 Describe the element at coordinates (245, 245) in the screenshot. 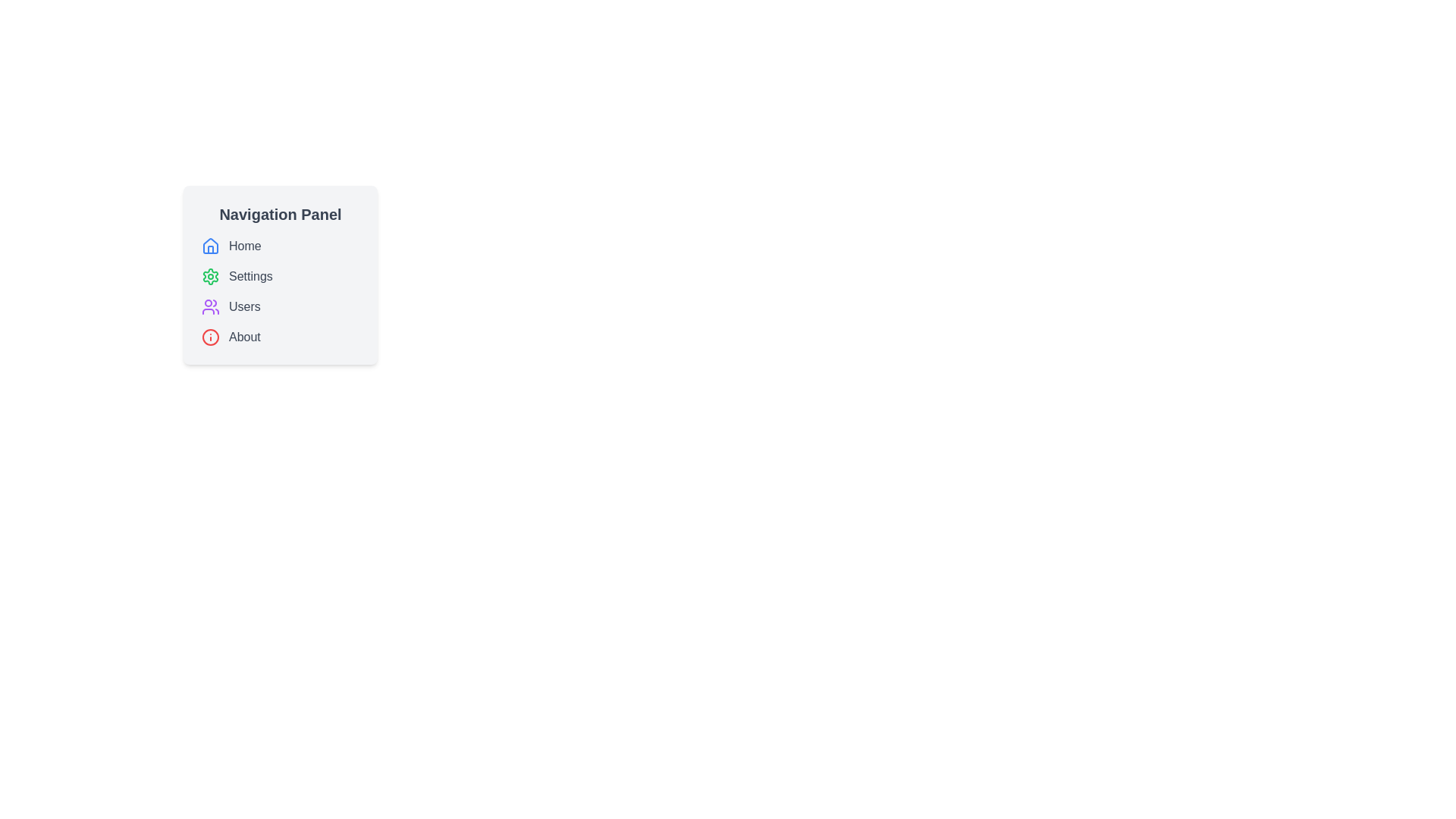

I see `'Home' text label in the navigation panel, which is the first entry associated with the Home icon` at that location.